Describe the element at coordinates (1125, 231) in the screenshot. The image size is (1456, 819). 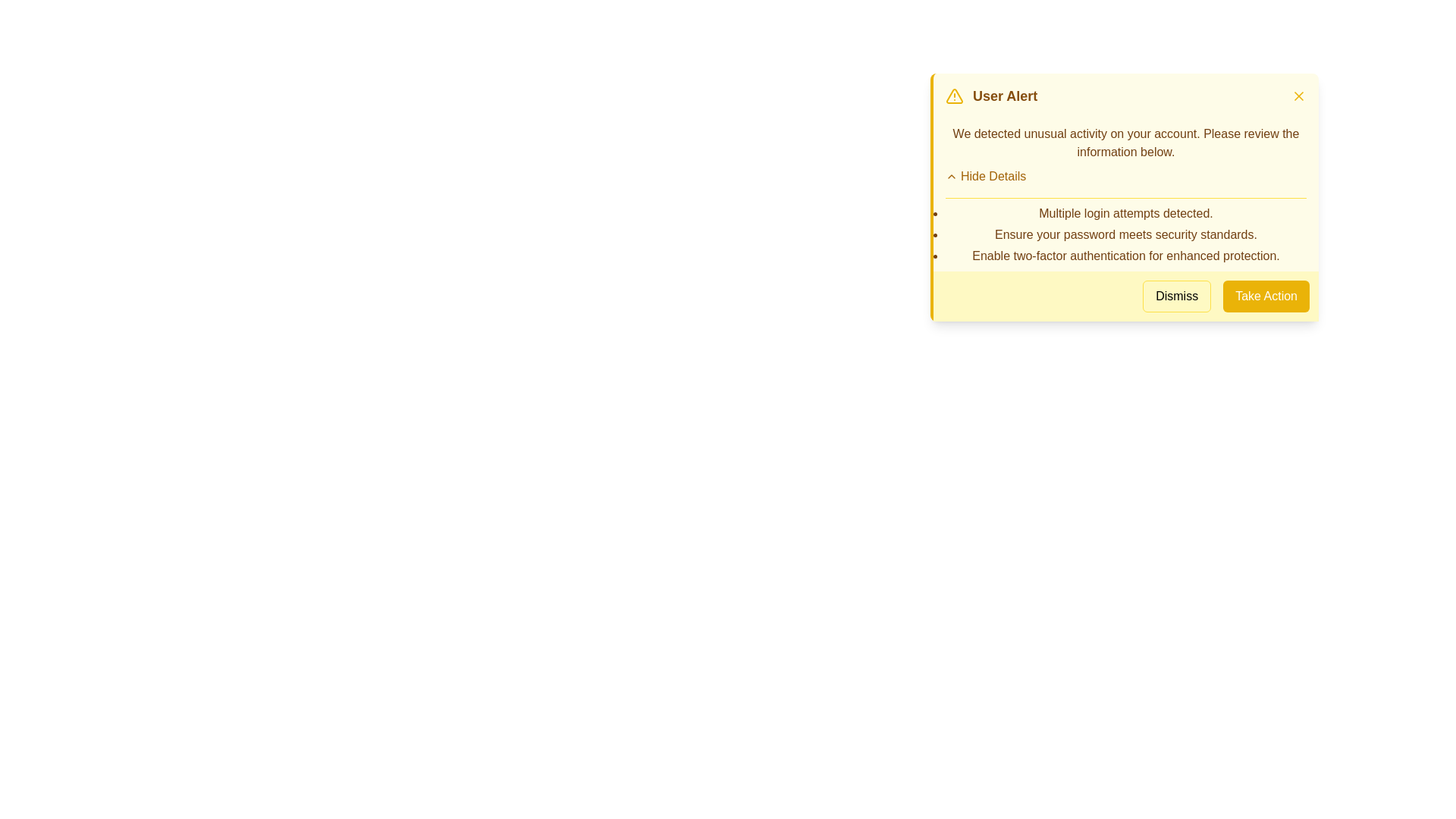
I see `the Informational text list that provides guidelines regarding account security, located within the alert box, below the 'Hide Details' link and above the 'Dismiss' and 'Take Action' buttons` at that location.